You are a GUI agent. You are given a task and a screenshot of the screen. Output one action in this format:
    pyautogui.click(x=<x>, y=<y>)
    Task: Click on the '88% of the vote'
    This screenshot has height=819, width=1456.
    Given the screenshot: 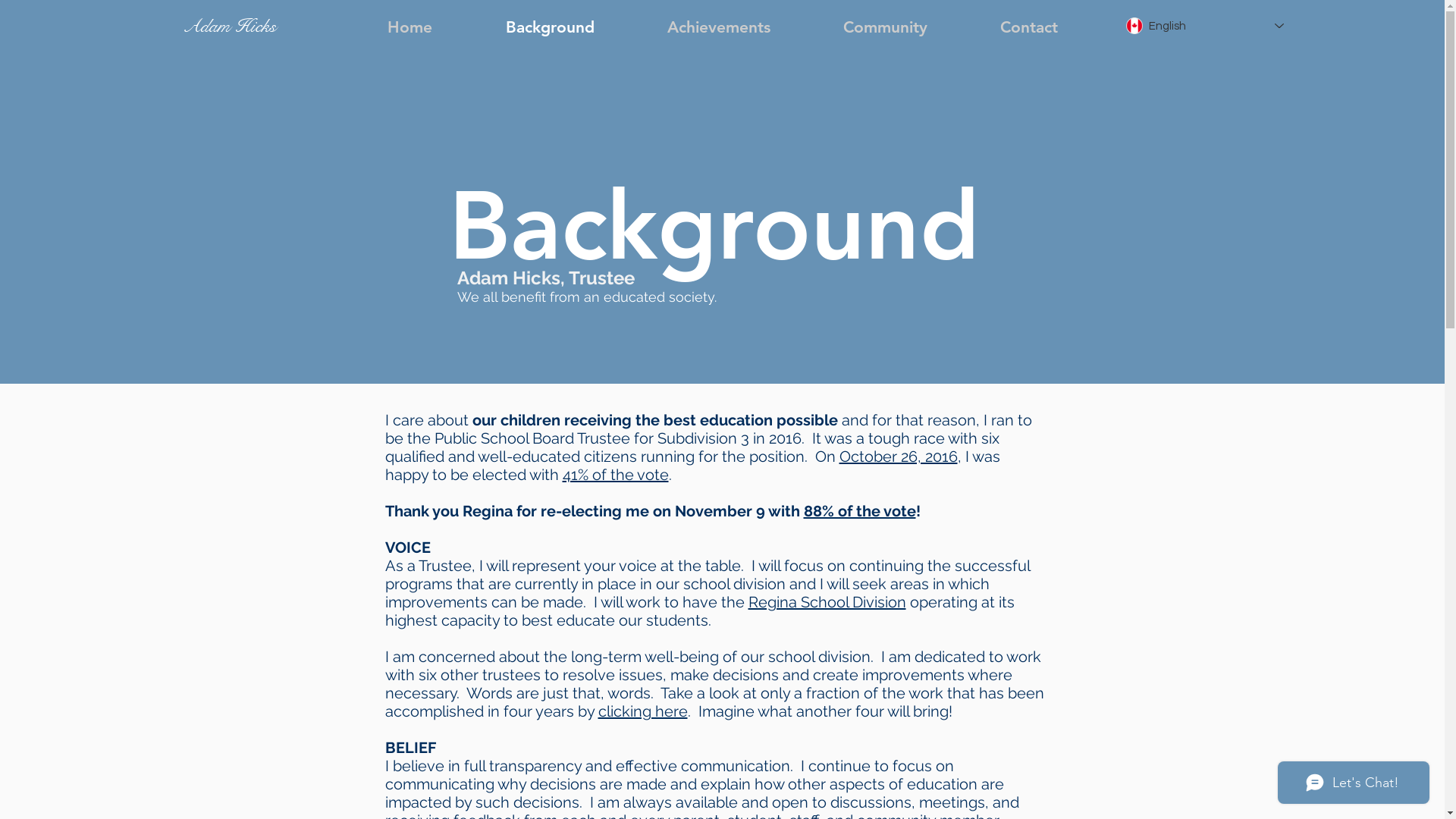 What is the action you would take?
    pyautogui.click(x=803, y=511)
    